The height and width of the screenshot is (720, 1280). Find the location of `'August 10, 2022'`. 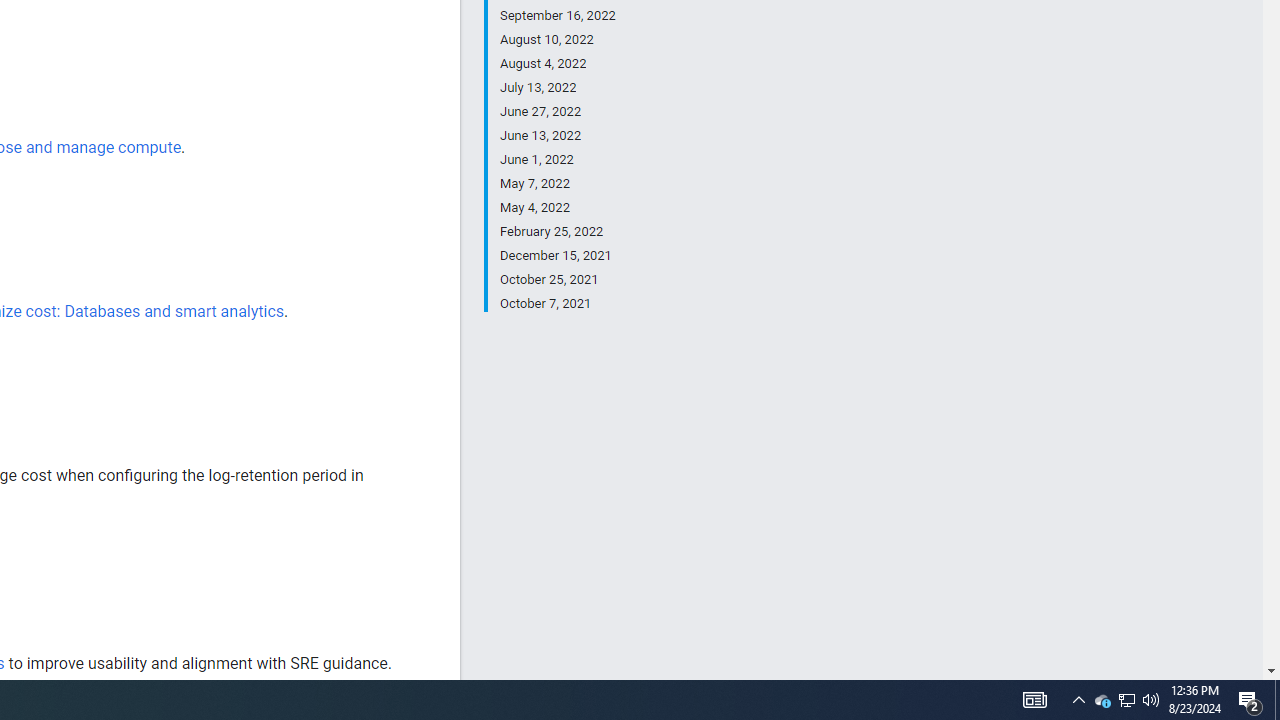

'August 10, 2022' is located at coordinates (557, 39).